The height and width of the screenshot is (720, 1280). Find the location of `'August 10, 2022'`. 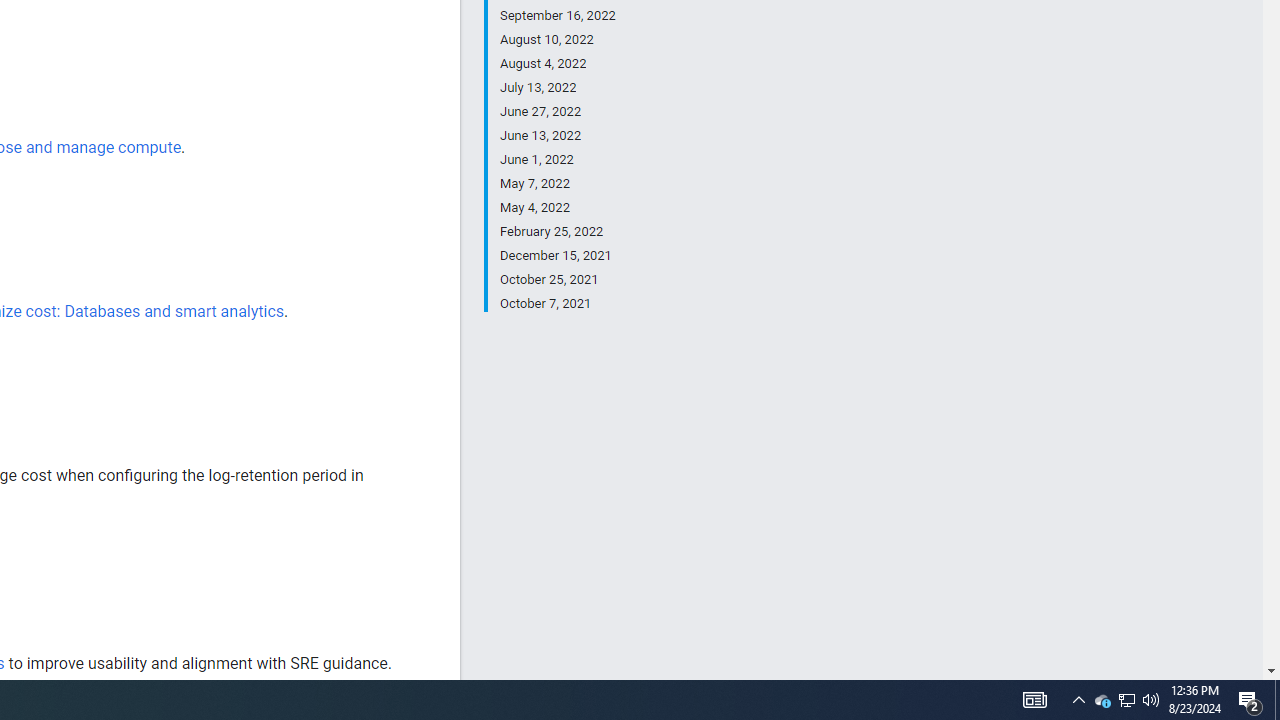

'August 10, 2022' is located at coordinates (557, 39).